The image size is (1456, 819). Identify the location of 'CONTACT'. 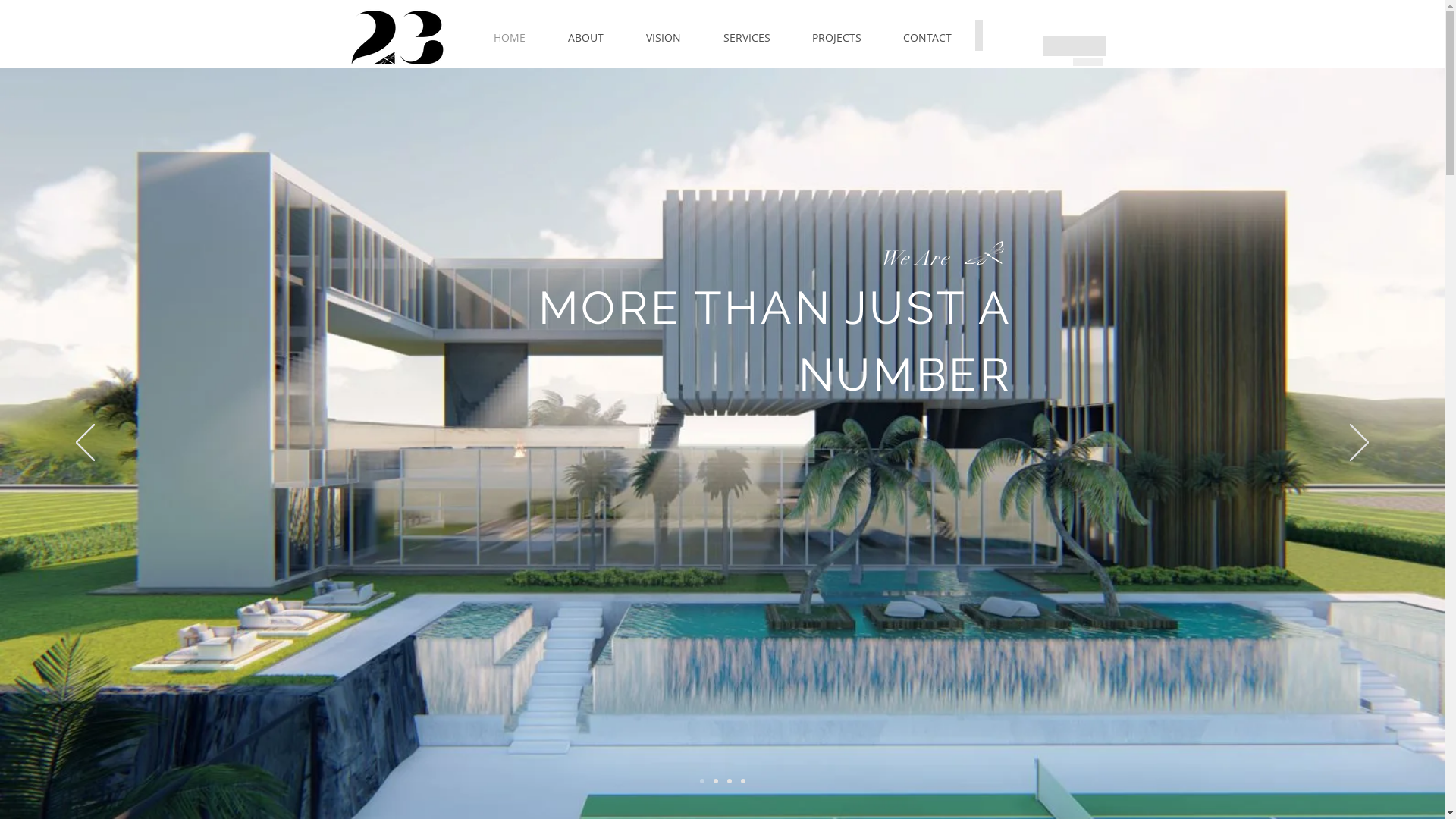
(927, 36).